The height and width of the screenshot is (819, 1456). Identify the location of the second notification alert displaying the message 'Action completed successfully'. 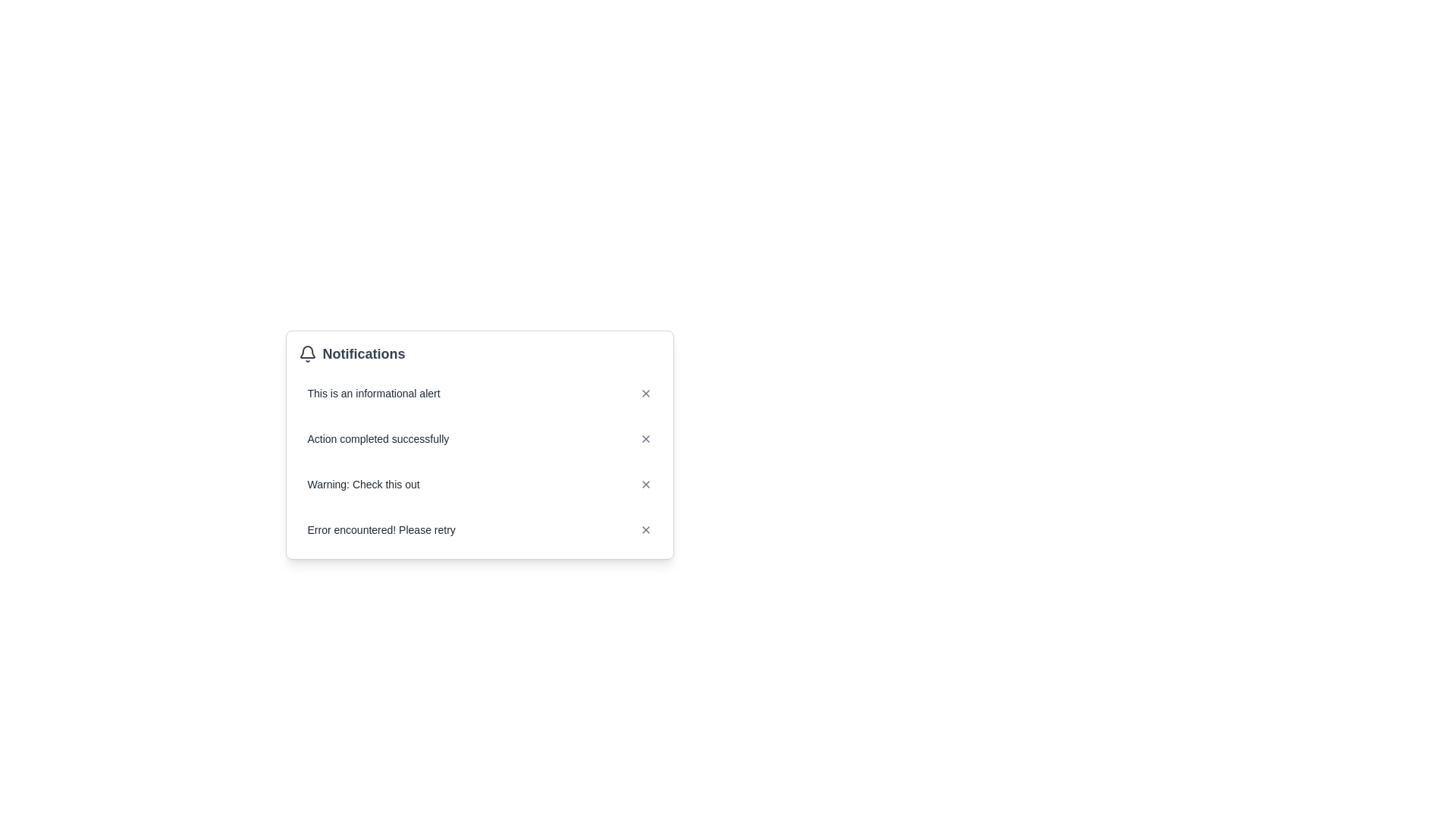
(479, 461).